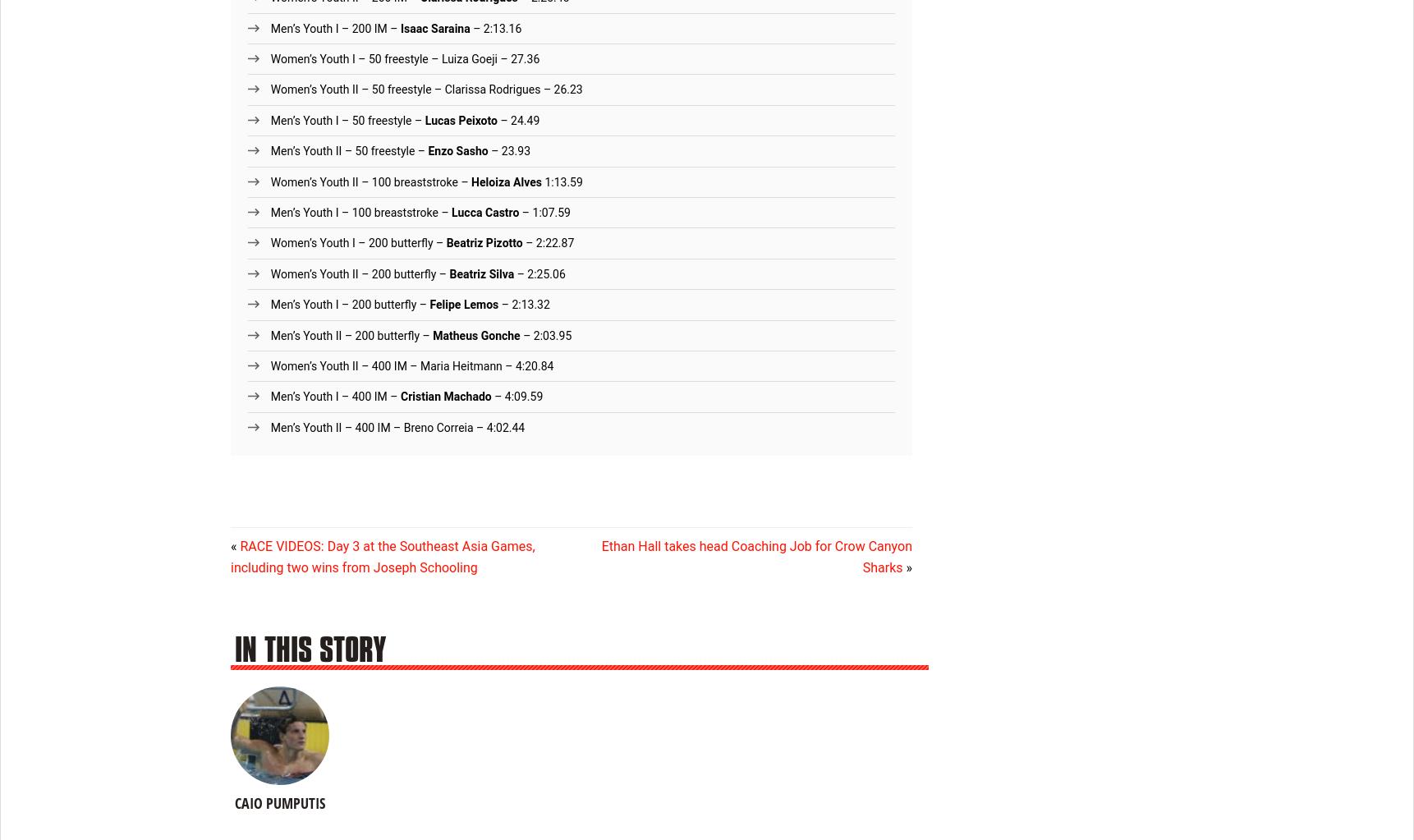  I want to click on 'Beatriz Pizotto', so click(483, 241).